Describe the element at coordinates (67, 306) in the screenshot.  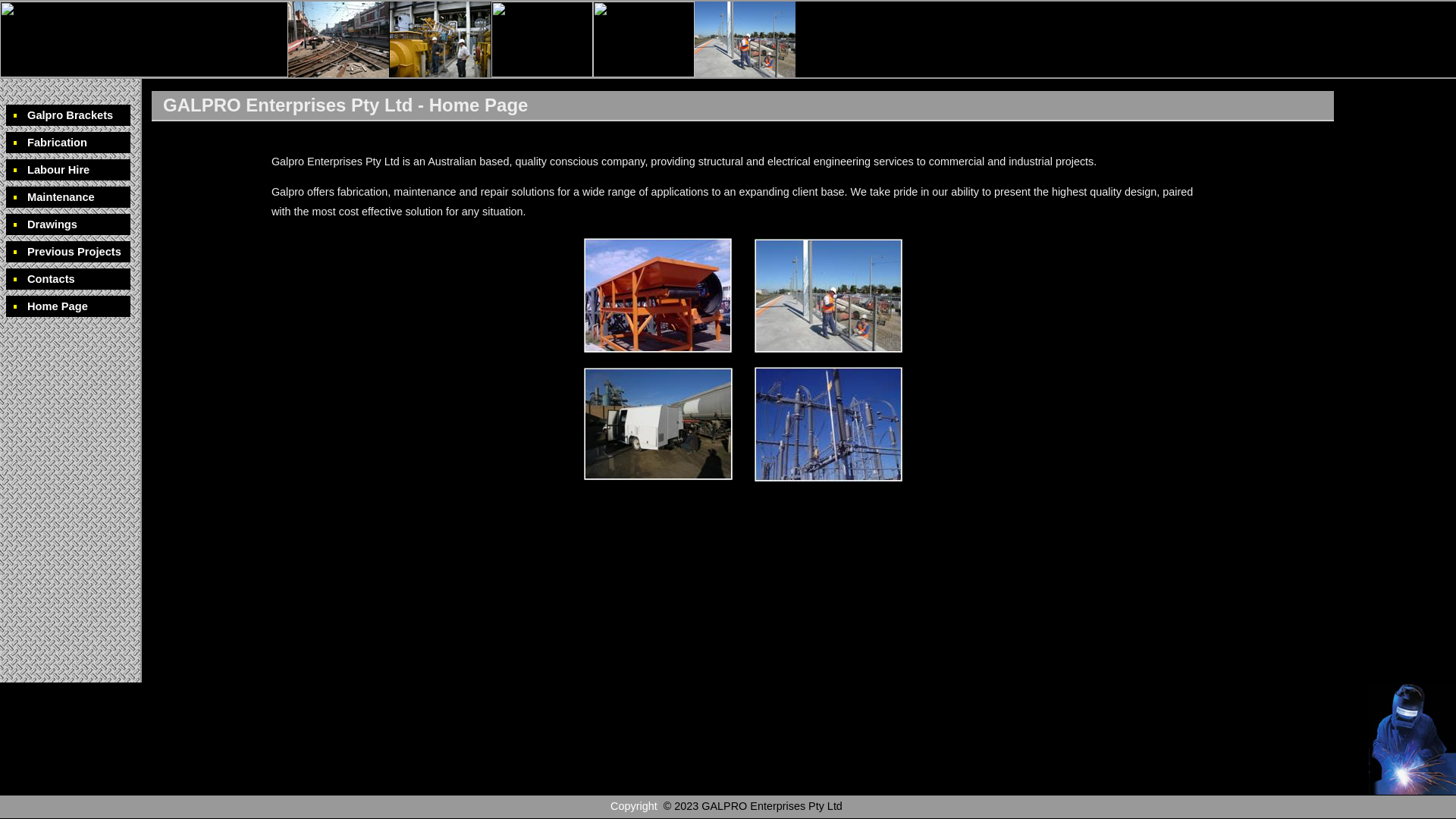
I see `'Home Page'` at that location.